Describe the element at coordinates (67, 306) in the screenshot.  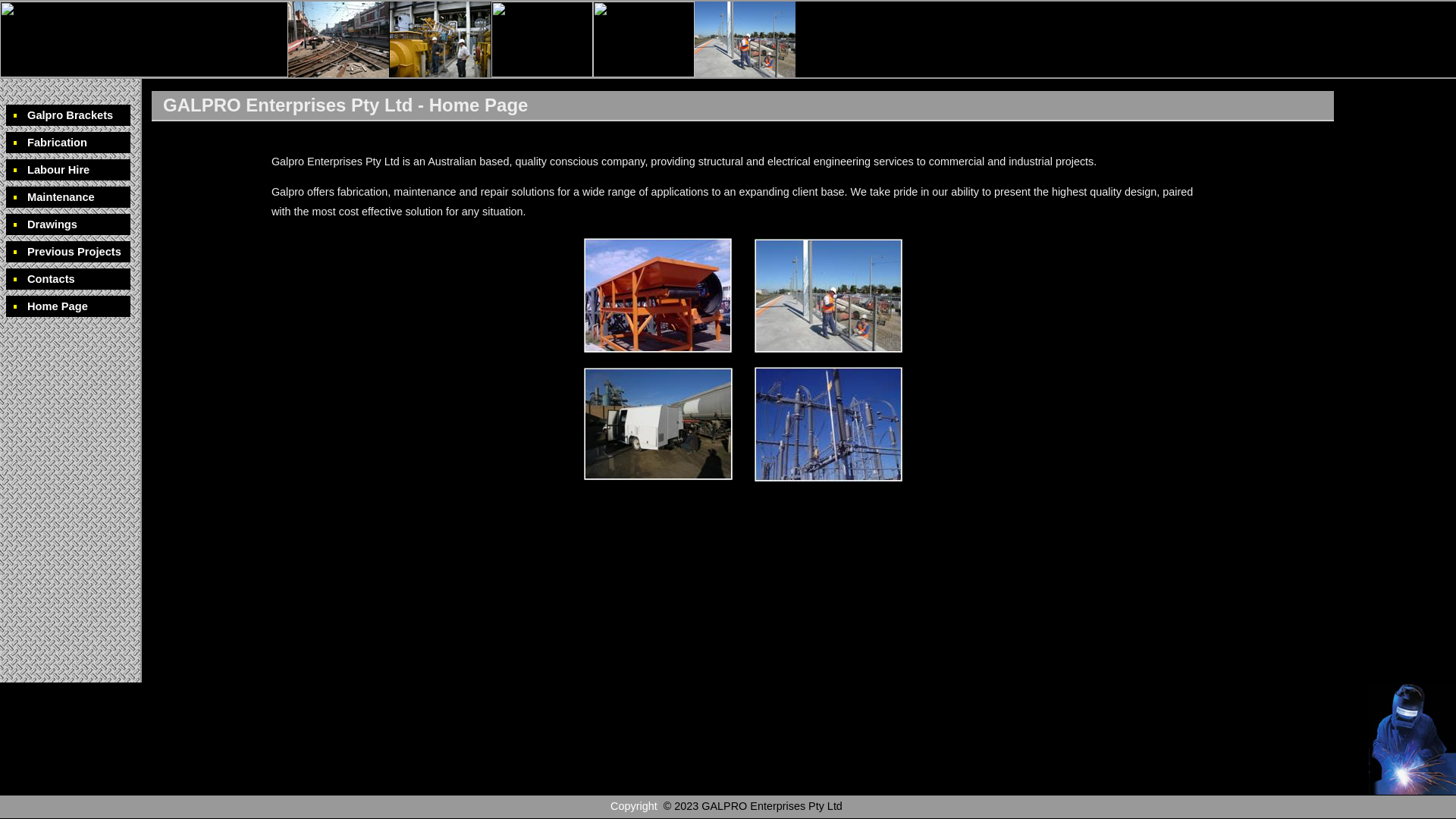
I see `'Home Page'` at that location.